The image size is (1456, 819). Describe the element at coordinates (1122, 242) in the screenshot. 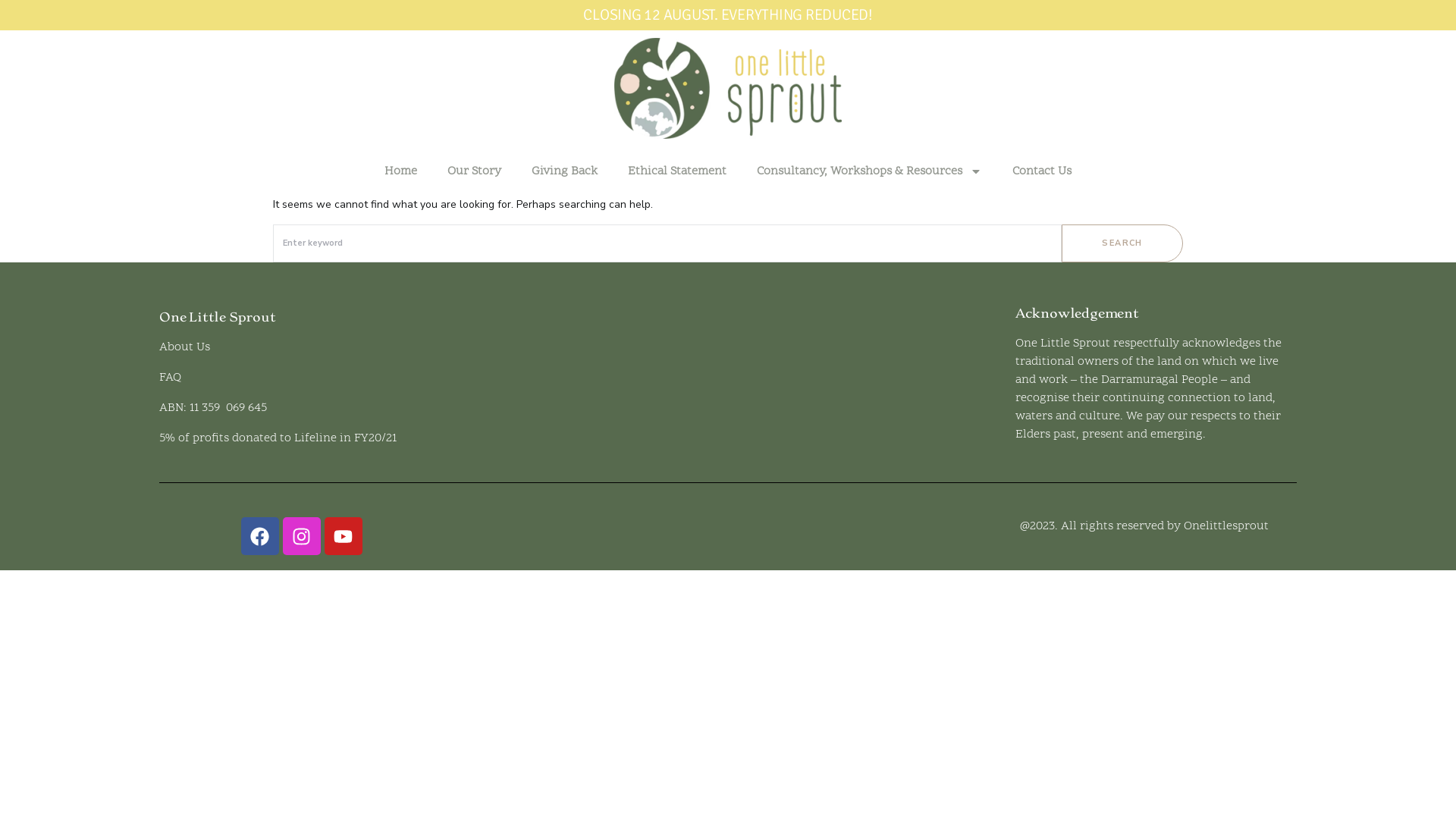

I see `'SEARCH'` at that location.